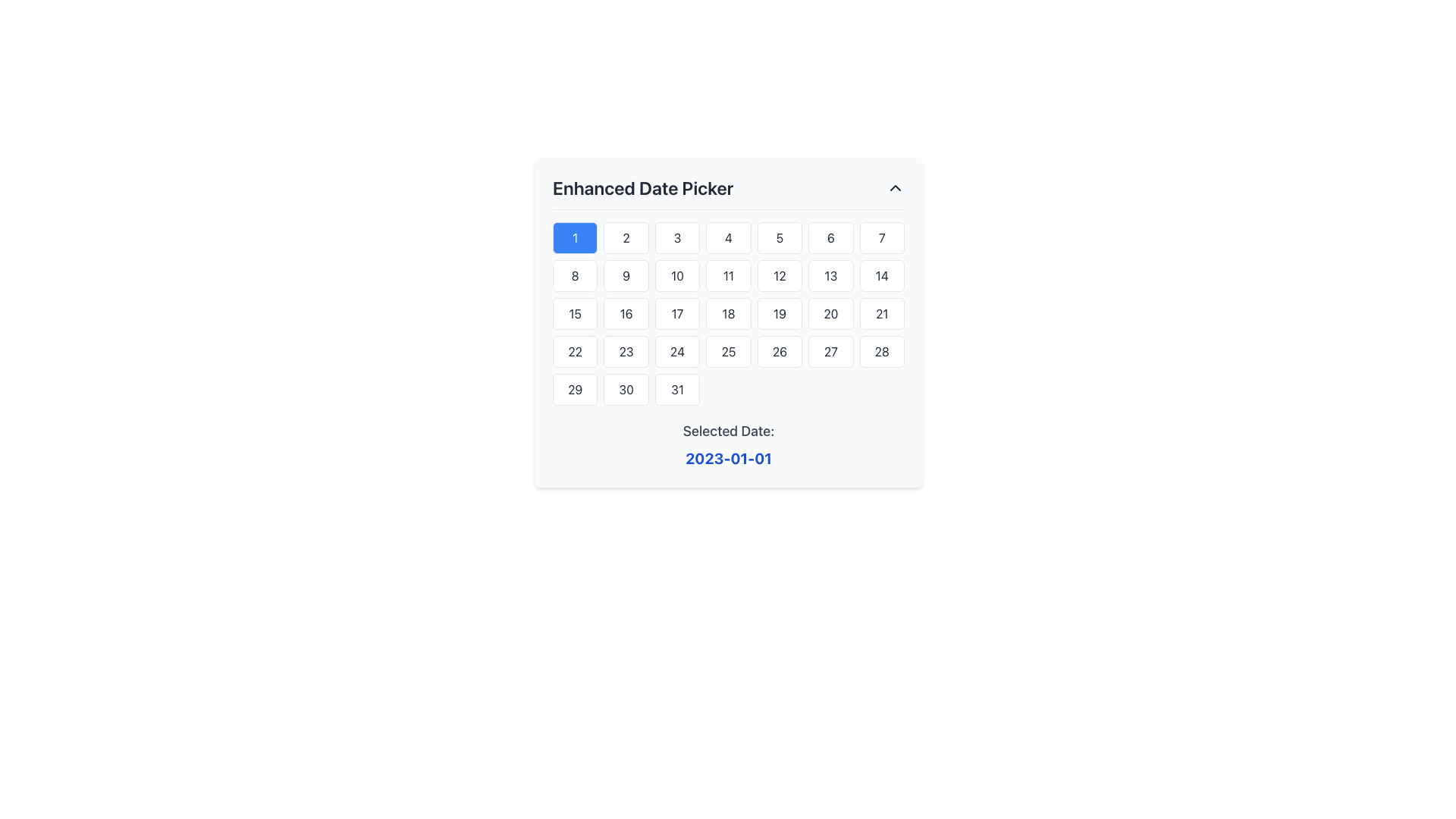  I want to click on the button labeled '18' located in the third row and fourth column of the date picker within the 'Enhanced Date Picker' modal, so click(728, 312).